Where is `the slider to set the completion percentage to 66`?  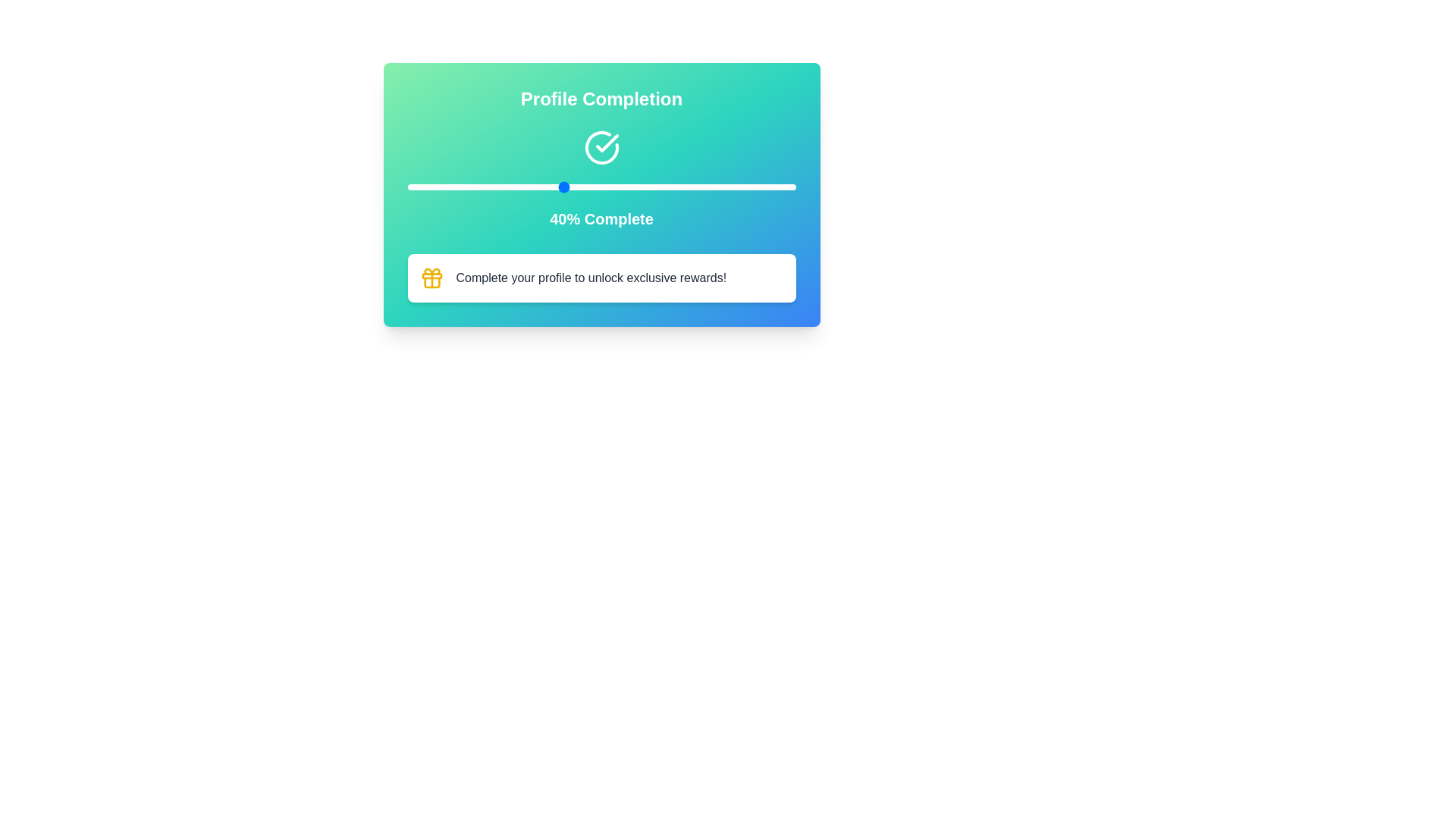 the slider to set the completion percentage to 66 is located at coordinates (664, 186).